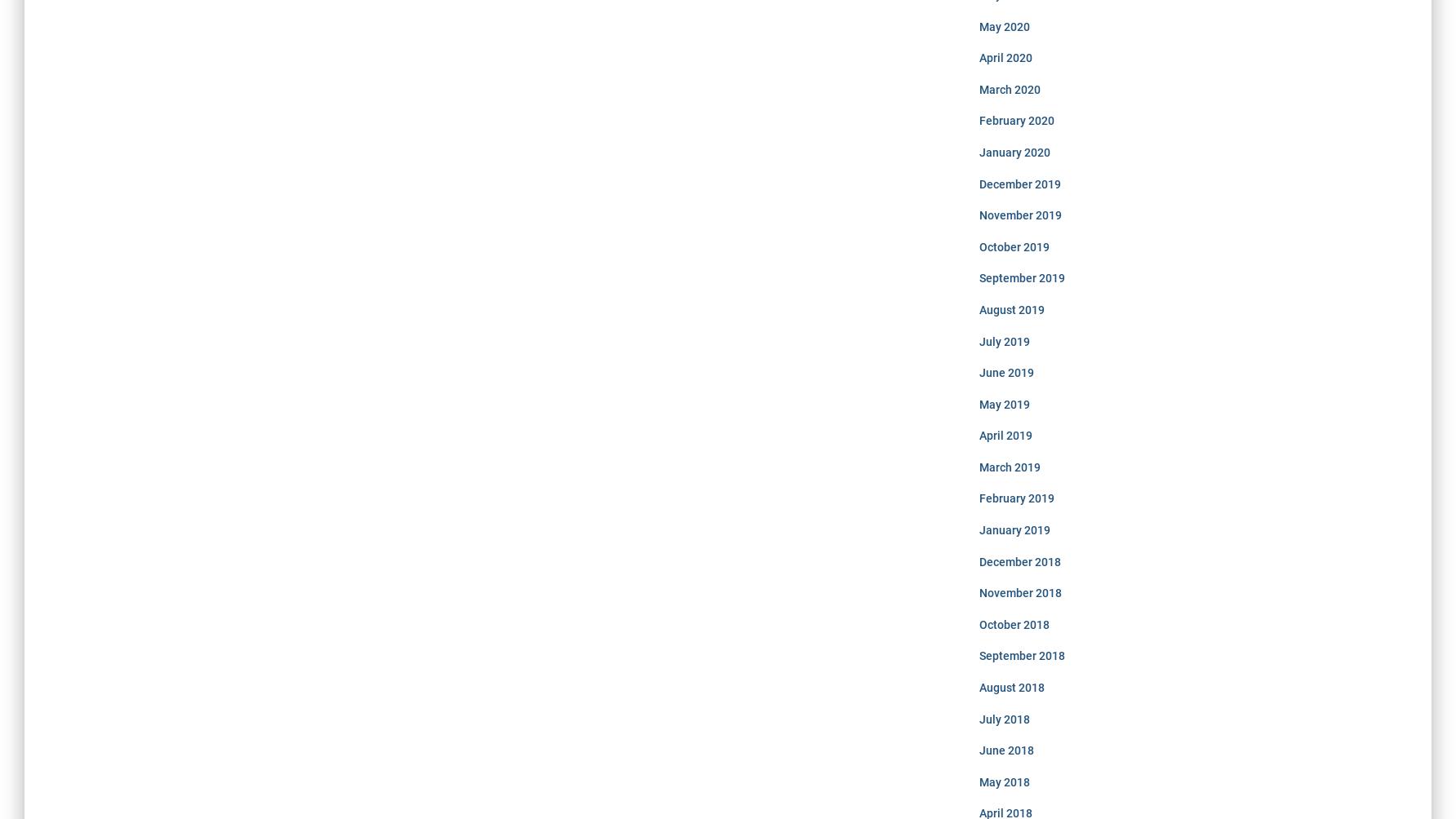 The image size is (1456, 819). What do you see at coordinates (1019, 215) in the screenshot?
I see `'November 2019'` at bounding box center [1019, 215].